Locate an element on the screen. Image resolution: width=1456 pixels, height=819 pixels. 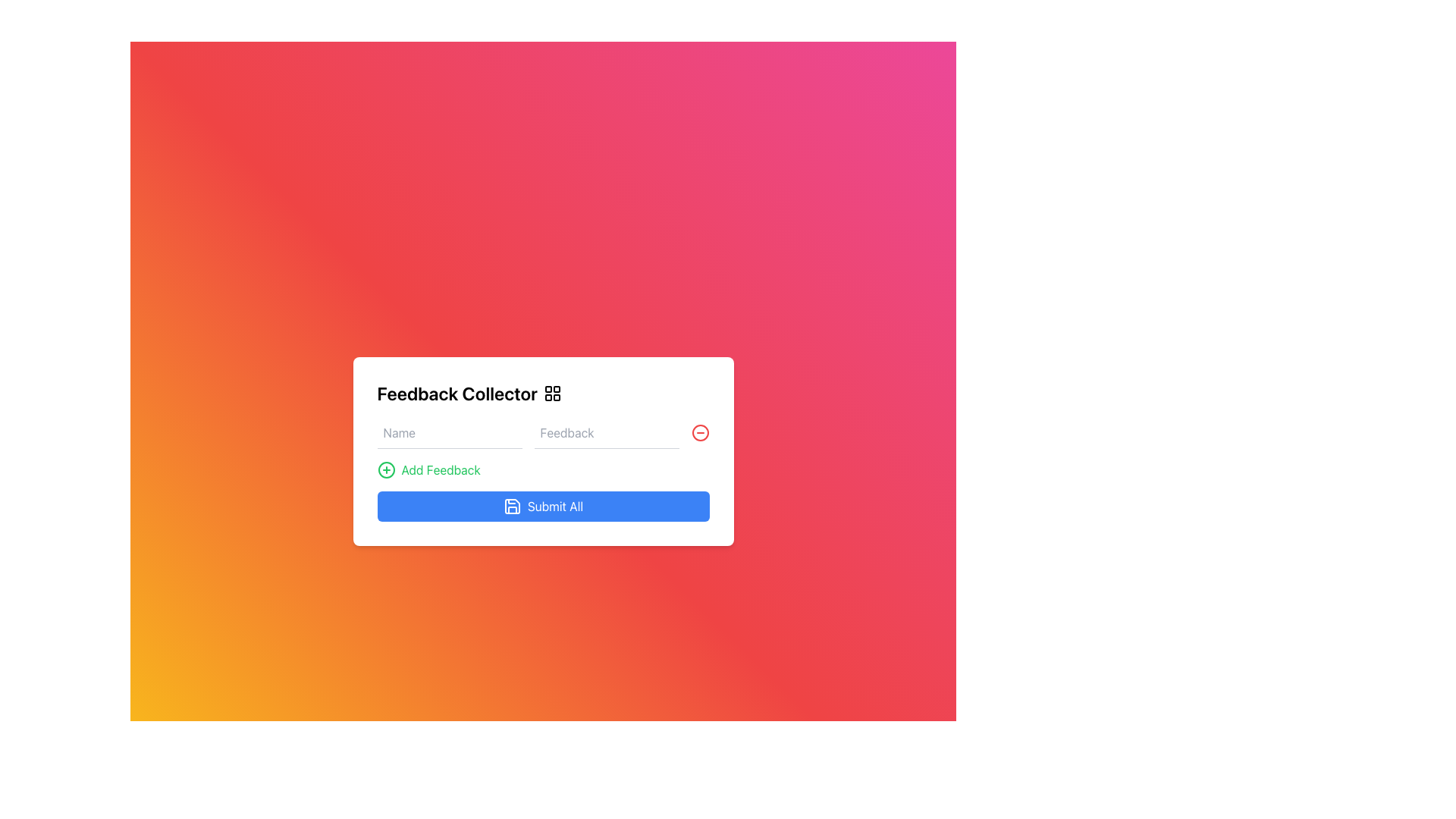
the 'Submit All' button, which is a bright blue button with rounded corners, located below the 'Add Feedback' button and input fields for 'Name' and 'Feedback' is located at coordinates (543, 506).